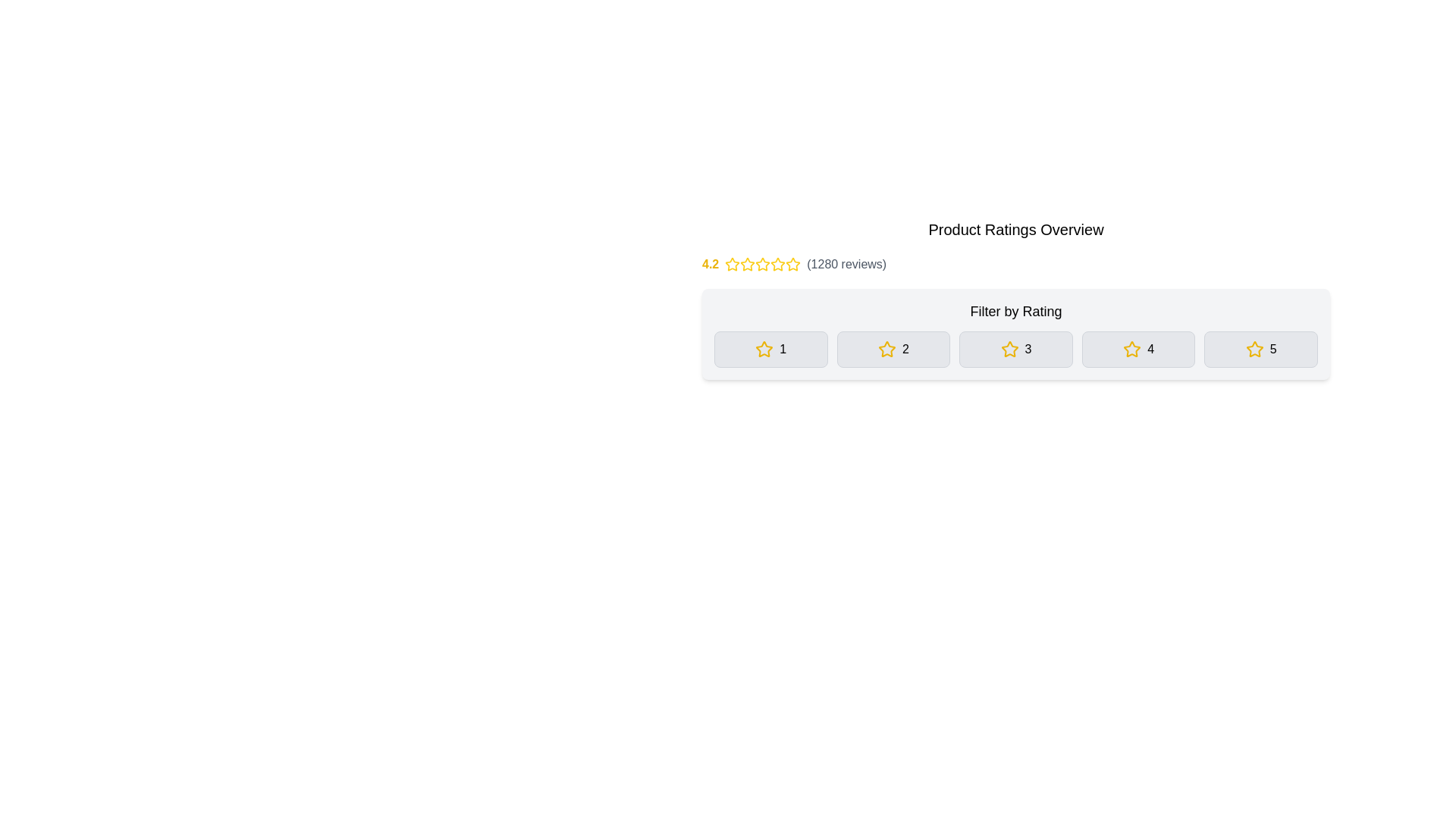 The image size is (1456, 819). What do you see at coordinates (763, 263) in the screenshot?
I see `the third star icon in the rating display, which visually represents part of a 4.2-star rating` at bounding box center [763, 263].